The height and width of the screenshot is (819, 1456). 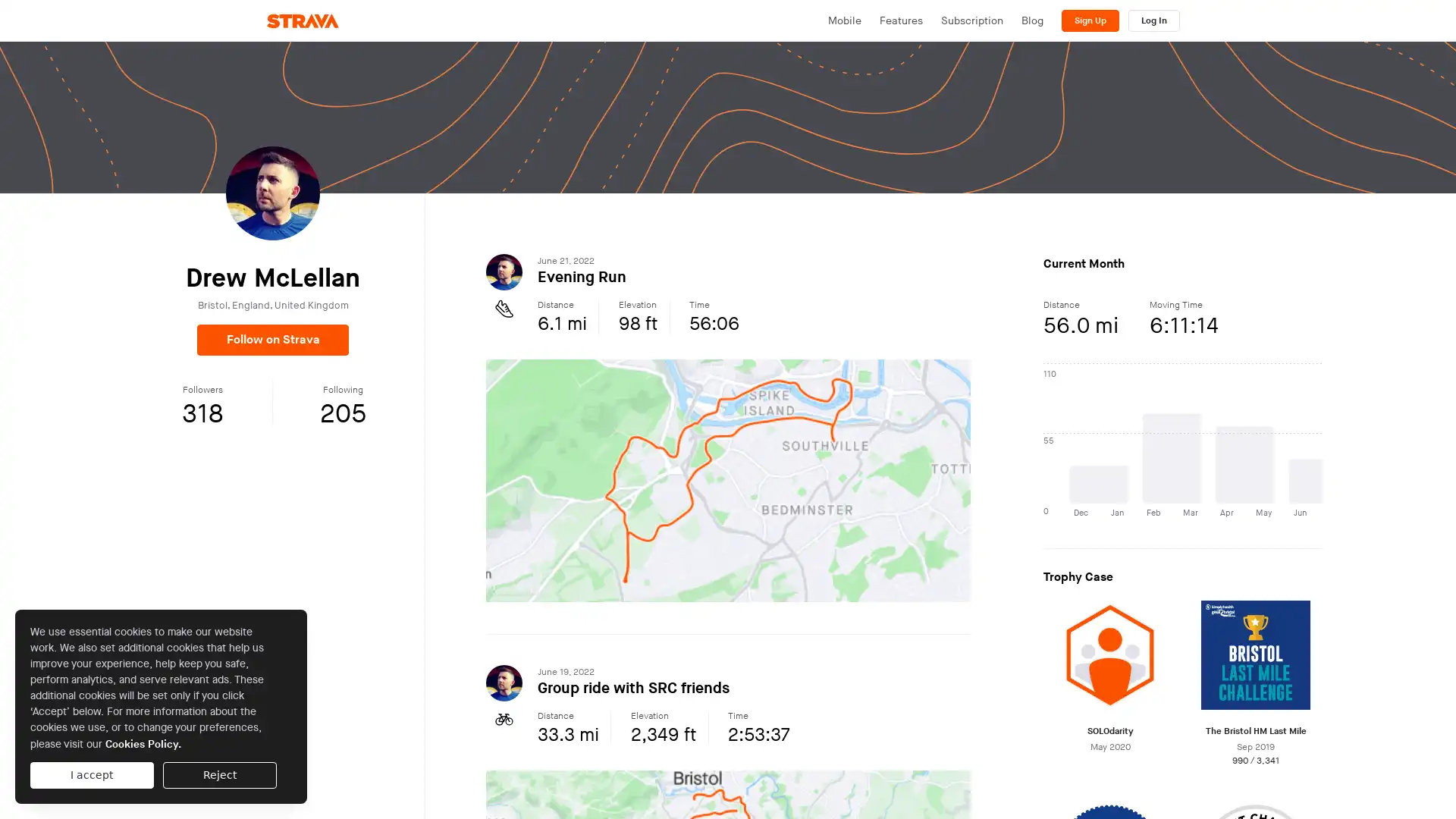 What do you see at coordinates (218, 775) in the screenshot?
I see `Reject` at bounding box center [218, 775].